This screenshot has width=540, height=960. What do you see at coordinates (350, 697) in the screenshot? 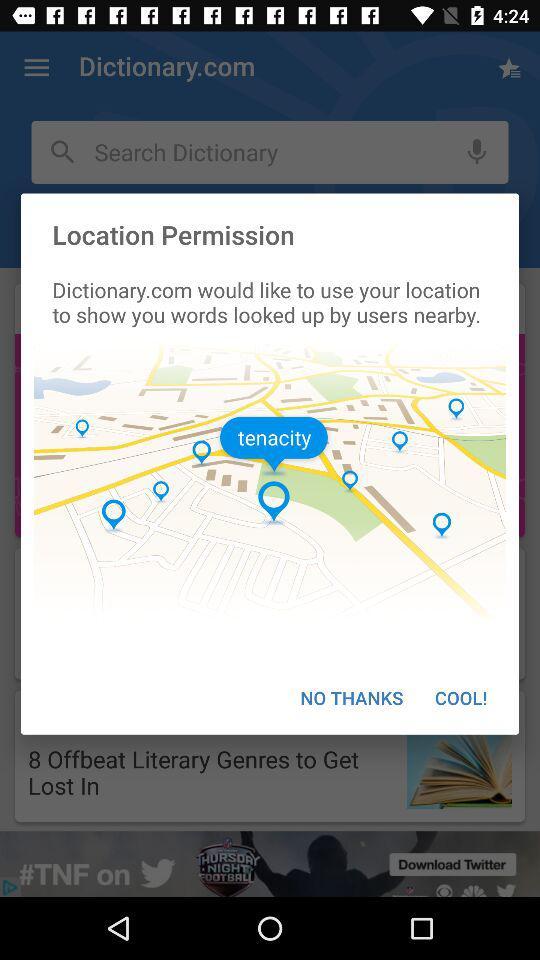
I see `the no thanks icon` at bounding box center [350, 697].